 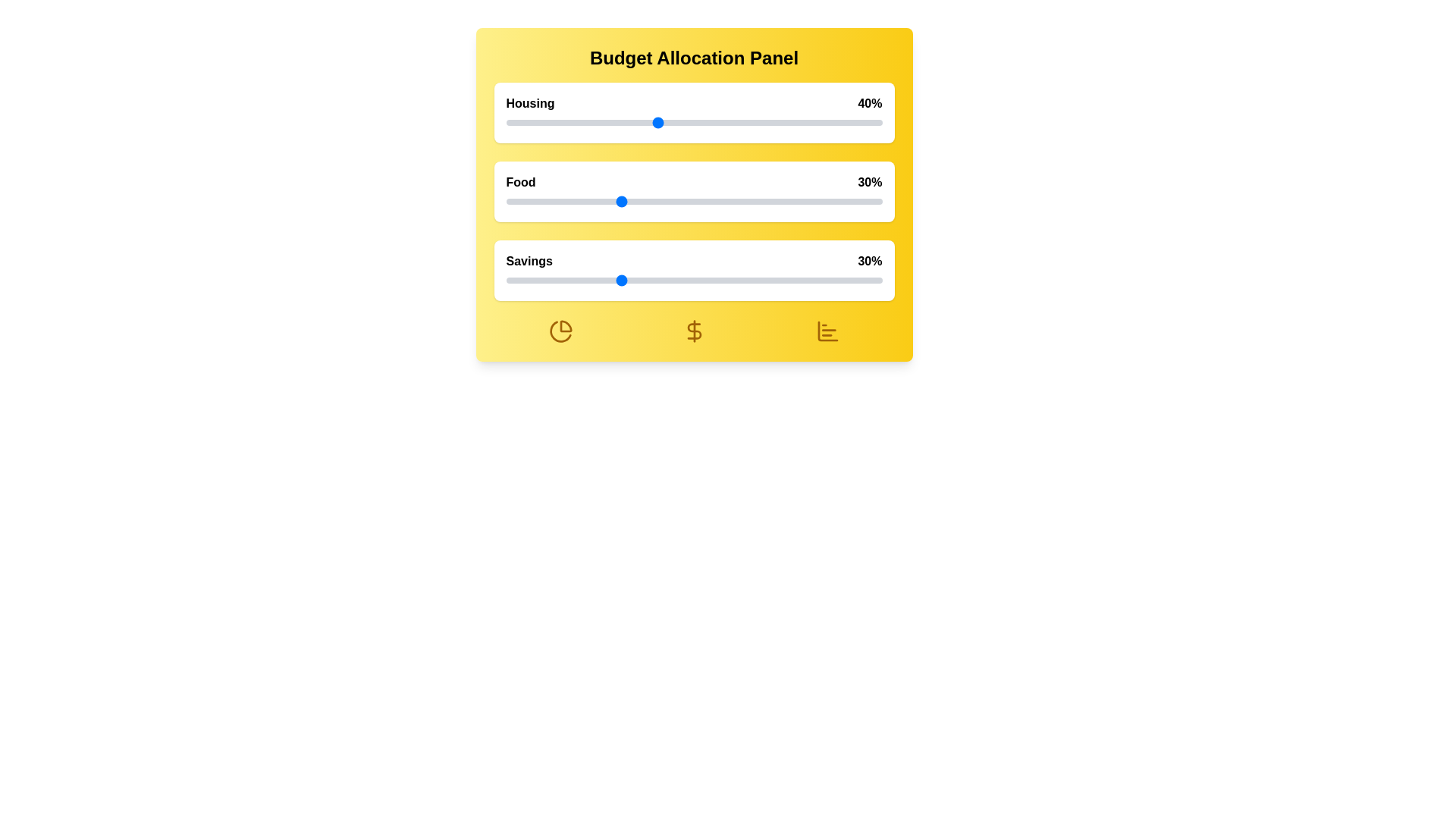 What do you see at coordinates (739, 201) in the screenshot?
I see `the allocation percentage for 'Food'` at bounding box center [739, 201].